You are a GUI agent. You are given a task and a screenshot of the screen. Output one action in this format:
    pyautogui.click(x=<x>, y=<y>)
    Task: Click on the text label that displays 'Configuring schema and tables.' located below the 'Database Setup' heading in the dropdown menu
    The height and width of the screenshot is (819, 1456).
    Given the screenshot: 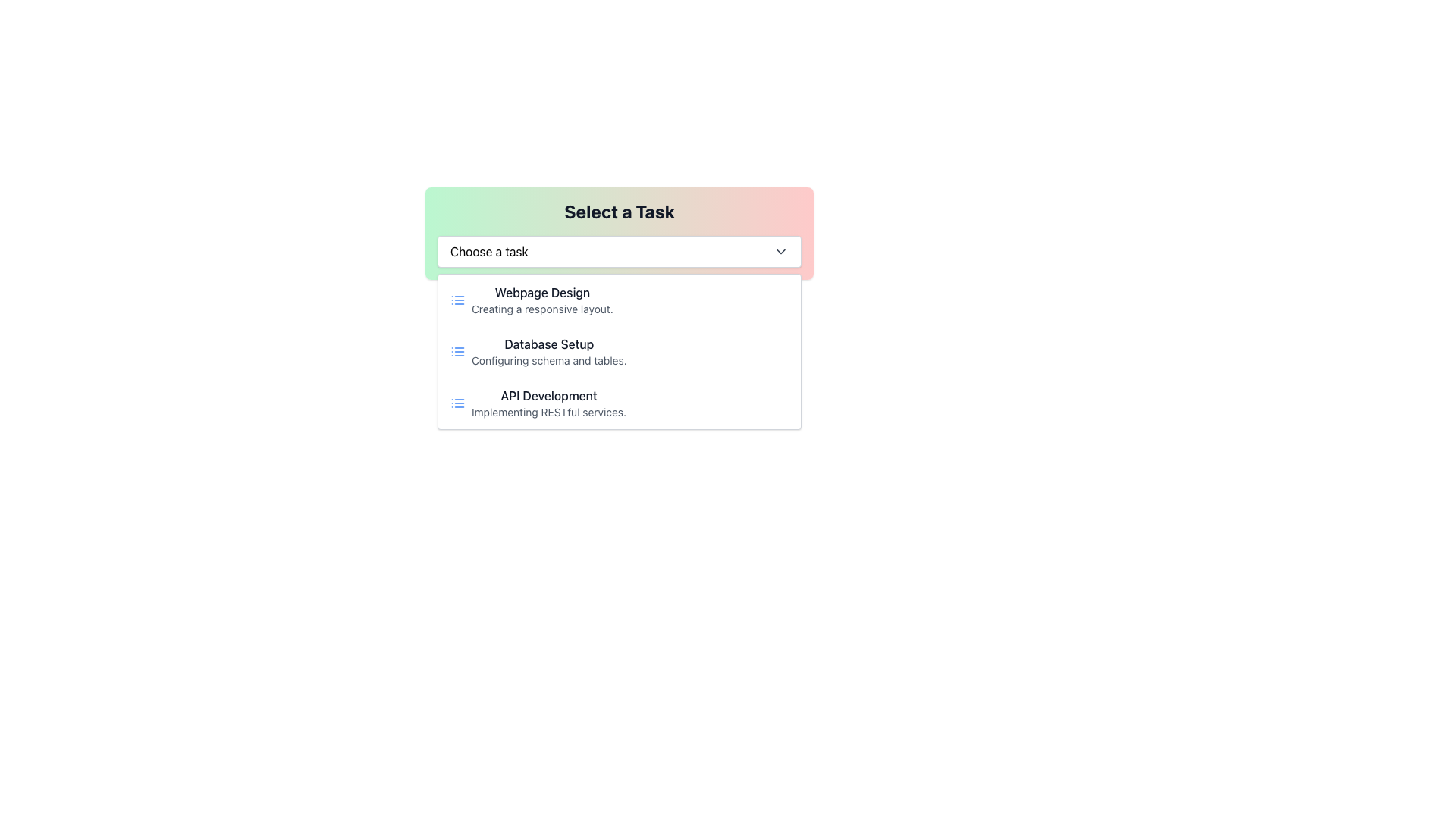 What is the action you would take?
    pyautogui.click(x=548, y=360)
    